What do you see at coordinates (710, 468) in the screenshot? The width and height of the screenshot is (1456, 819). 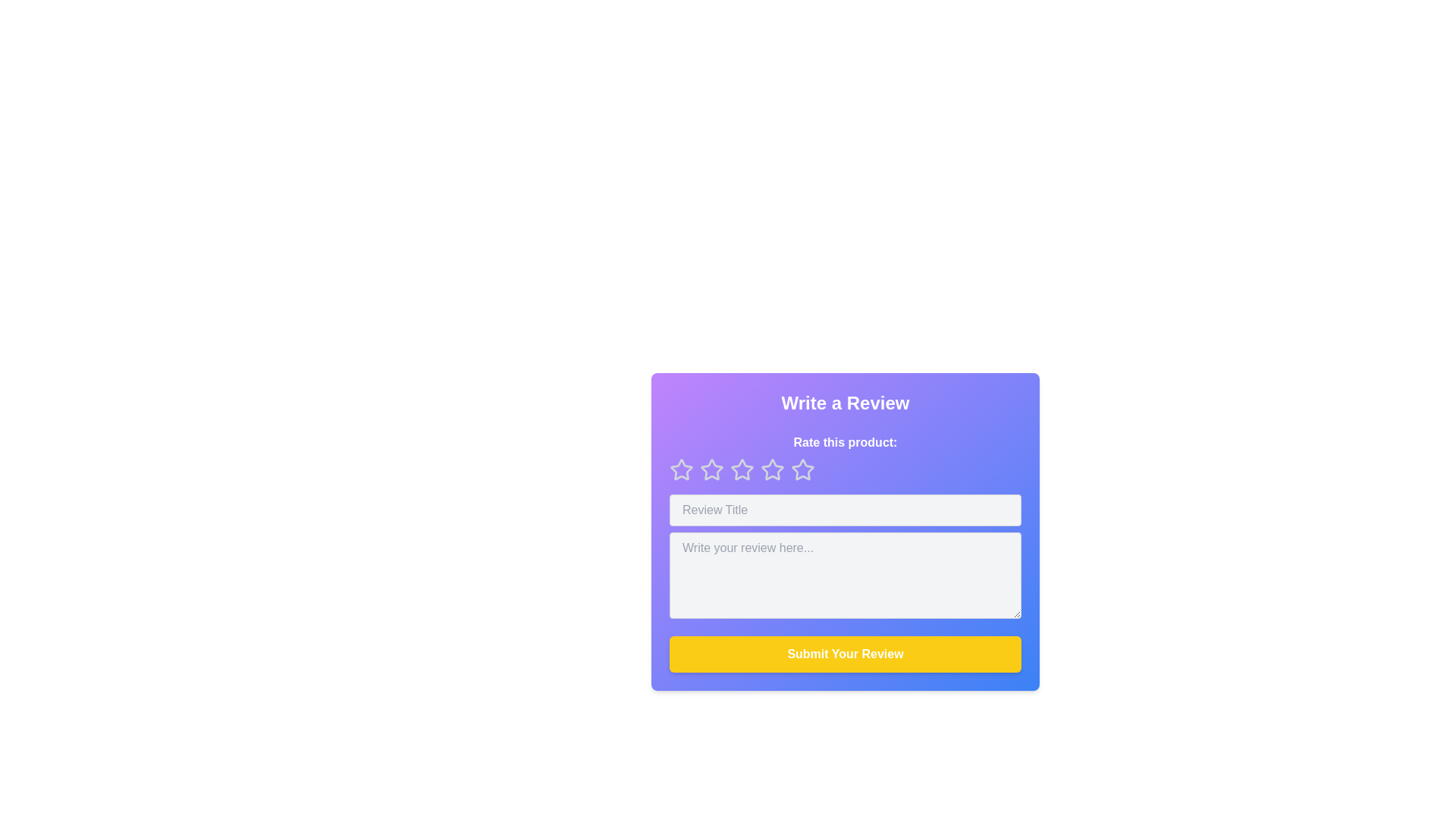 I see `the first star icon in the rating row to give a one-star rating, located just beneath the 'Rate this product:' text` at bounding box center [710, 468].